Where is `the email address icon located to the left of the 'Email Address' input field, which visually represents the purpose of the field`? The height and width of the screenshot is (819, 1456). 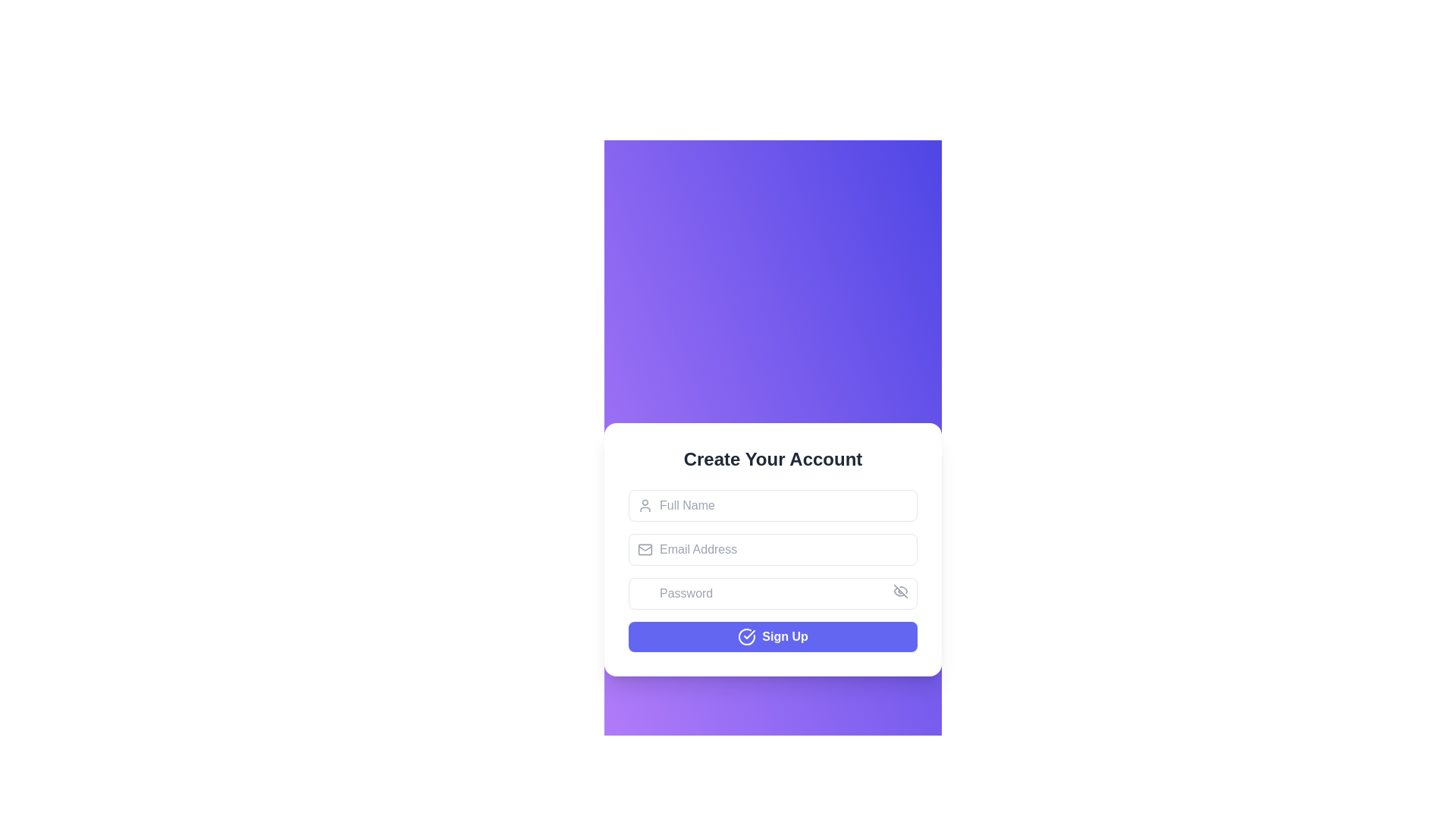
the email address icon located to the left of the 'Email Address' input field, which visually represents the purpose of the field is located at coordinates (645, 549).